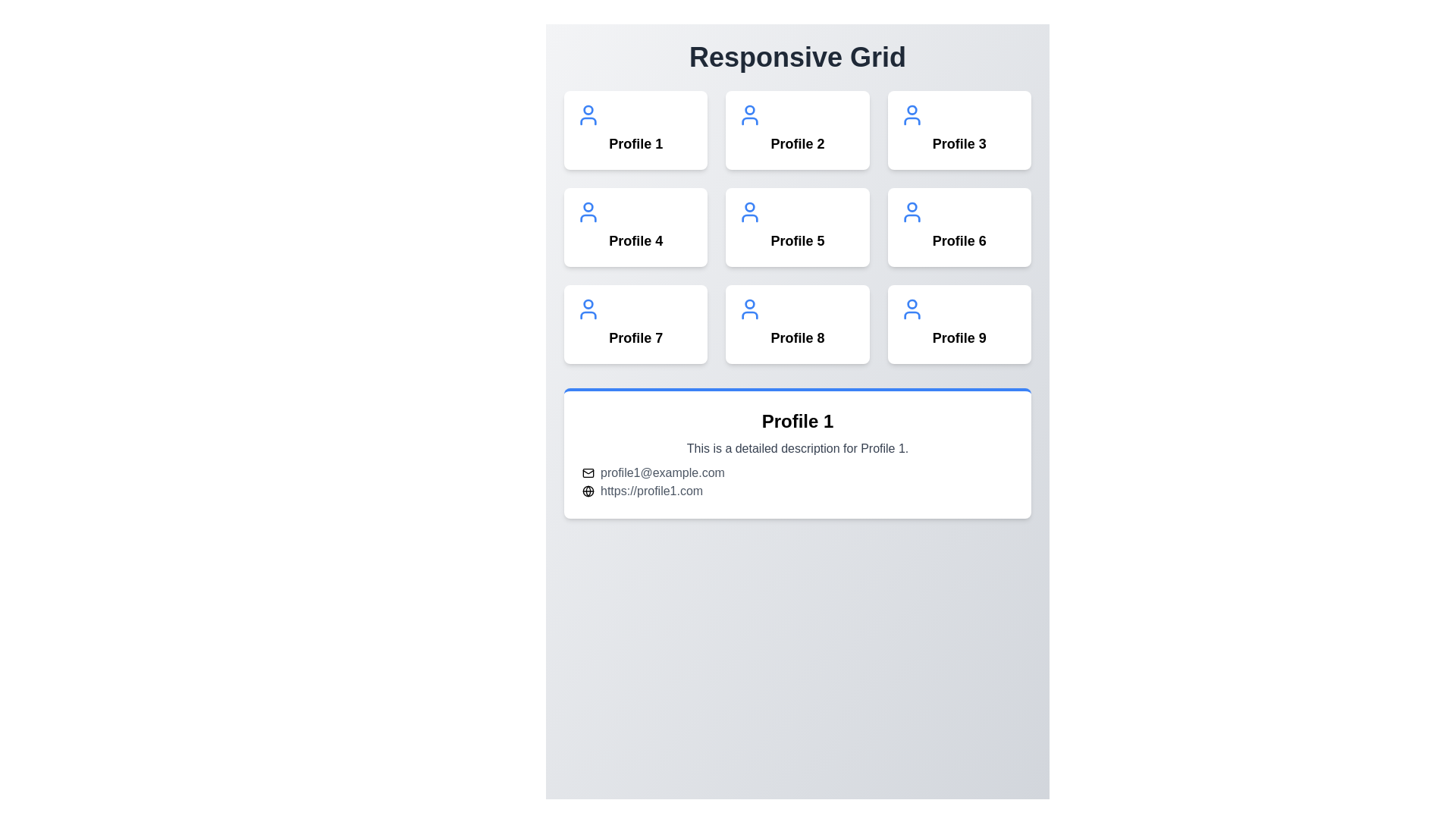 This screenshot has height=819, width=1456. Describe the element at coordinates (750, 207) in the screenshot. I see `the Circular SVG element representing the user profile in Profile 5 card, which is centrally positioned above the label 'Profile 5'` at that location.